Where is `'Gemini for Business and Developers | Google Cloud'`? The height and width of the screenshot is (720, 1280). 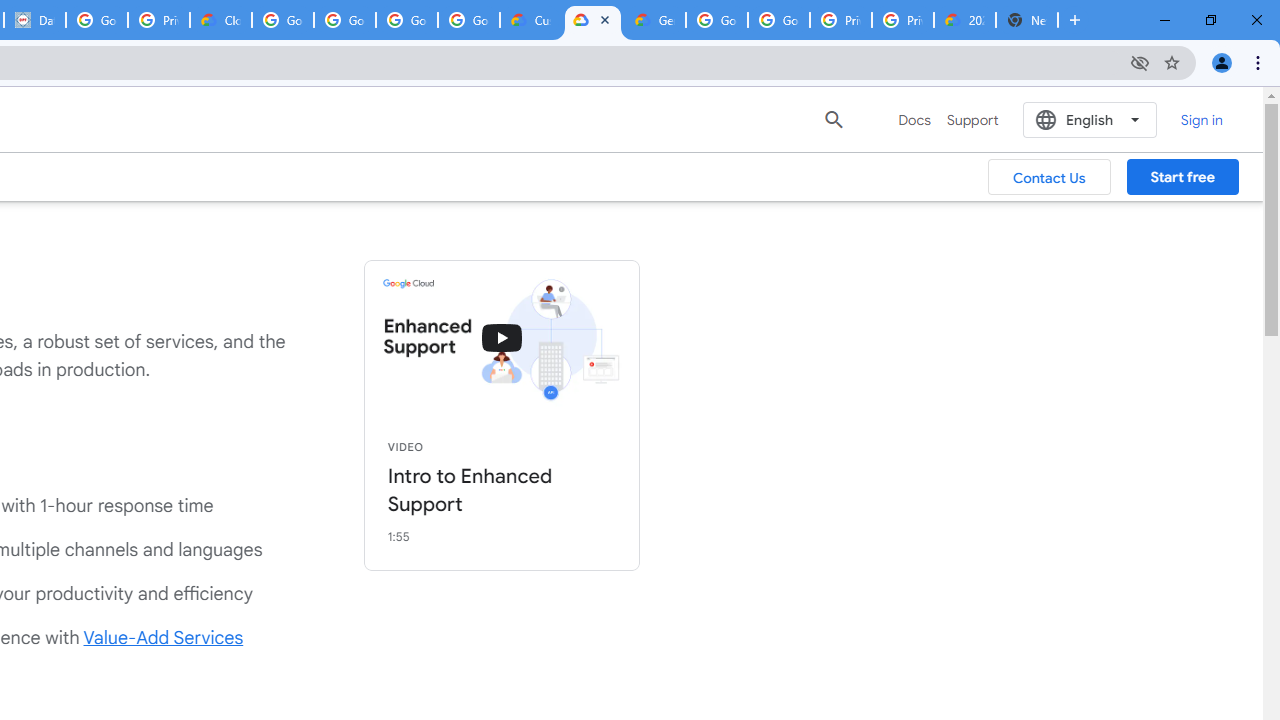
'Gemini for Business and Developers | Google Cloud' is located at coordinates (654, 20).